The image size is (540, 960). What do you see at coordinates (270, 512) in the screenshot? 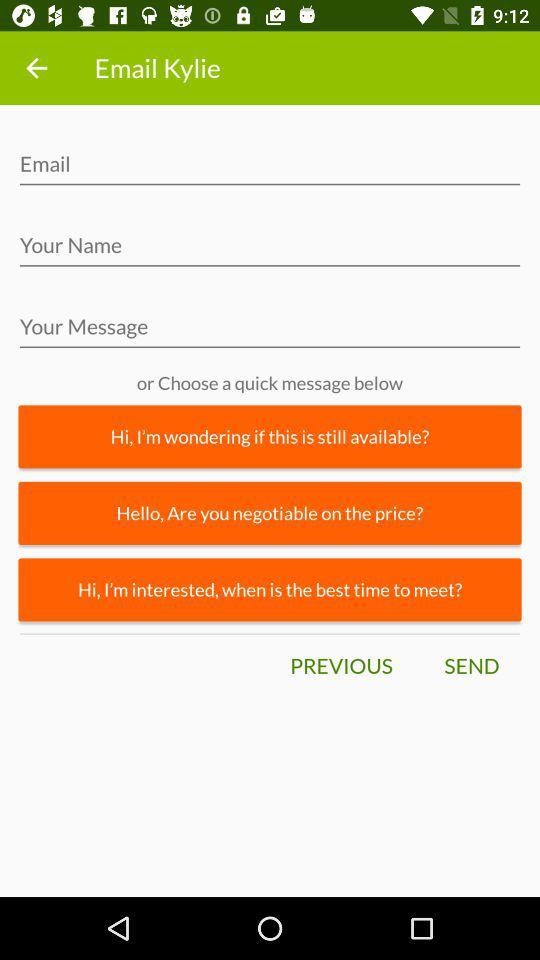
I see `hello are you item` at bounding box center [270, 512].